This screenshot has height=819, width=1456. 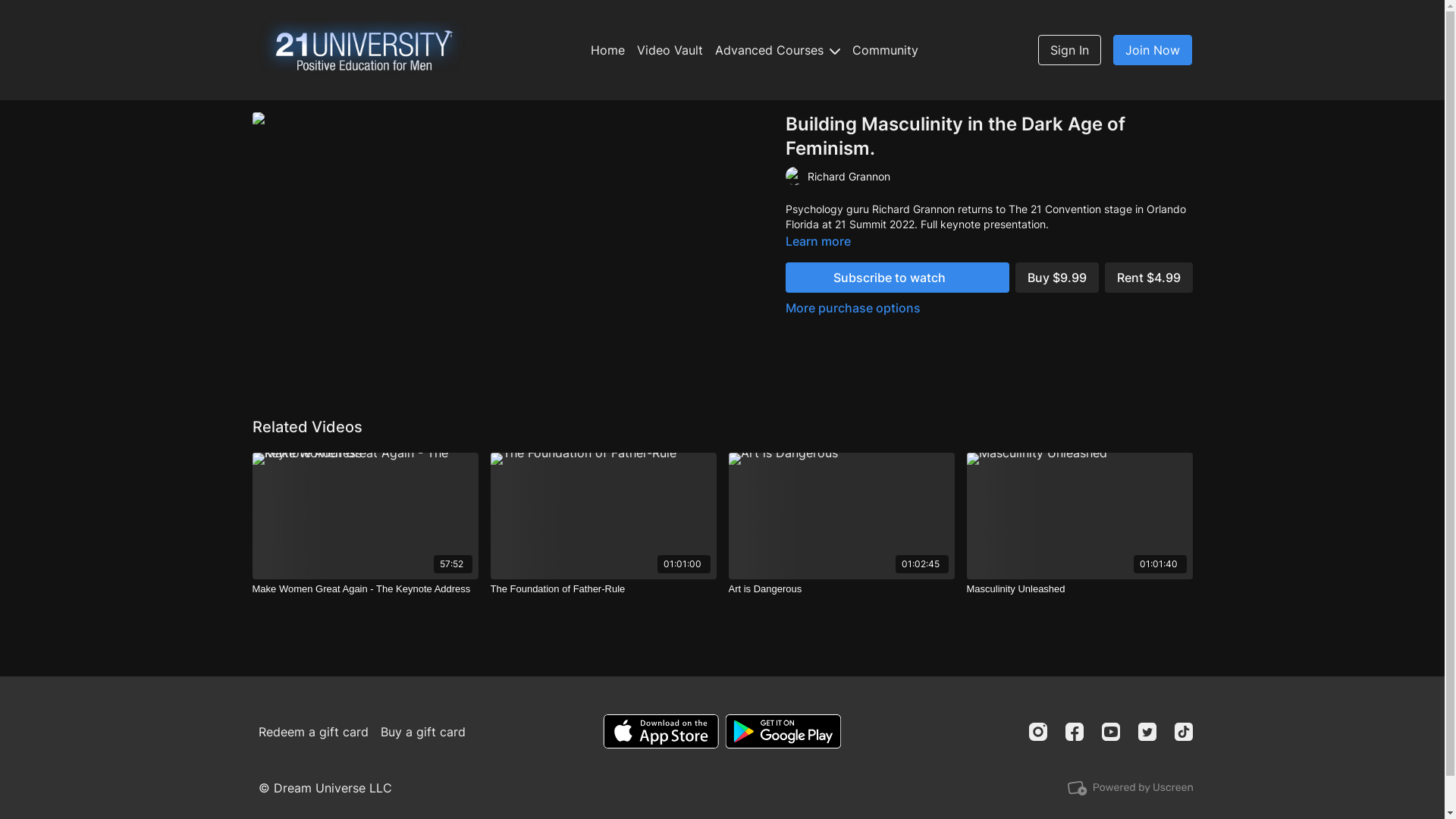 What do you see at coordinates (669, 49) in the screenshot?
I see `'Video Vault'` at bounding box center [669, 49].